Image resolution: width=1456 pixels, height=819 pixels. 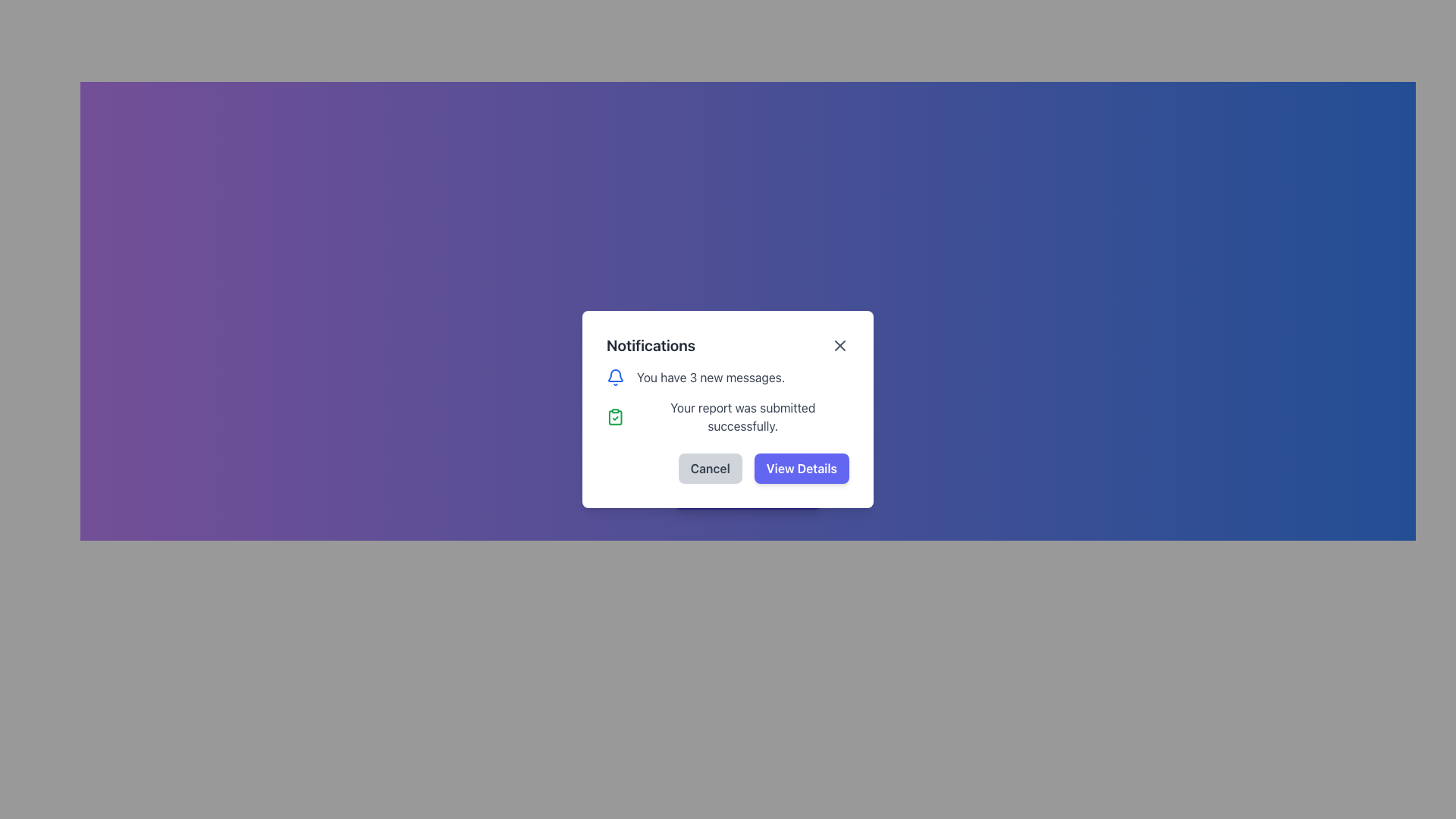 What do you see at coordinates (651, 345) in the screenshot?
I see `the 'Notifications' header displayed in bold and larger font at the top of the modal dialog box` at bounding box center [651, 345].